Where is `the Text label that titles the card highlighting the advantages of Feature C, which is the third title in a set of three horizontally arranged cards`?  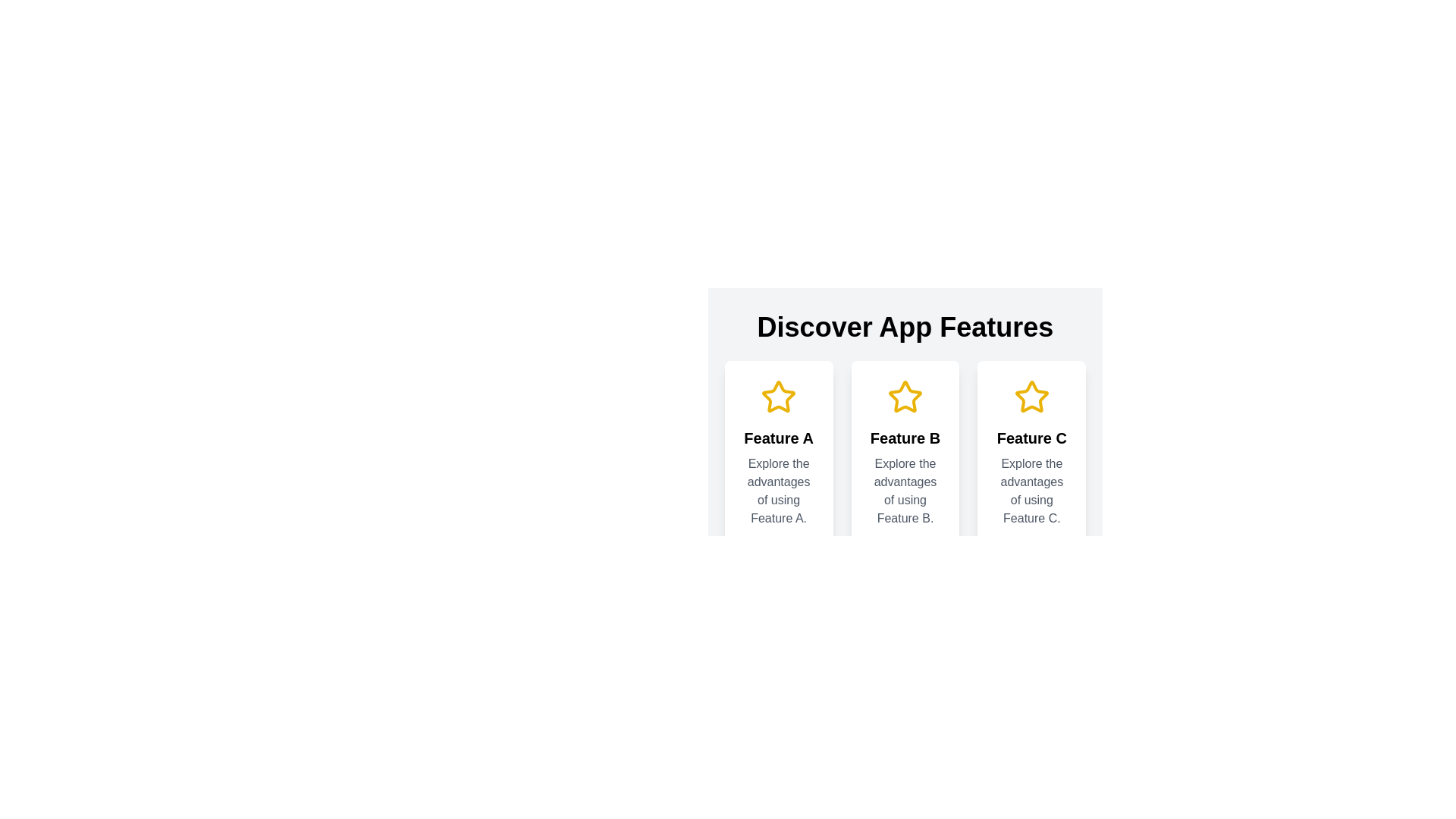
the Text label that titles the card highlighting the advantages of Feature C, which is the third title in a set of three horizontally arranged cards is located at coordinates (1031, 438).